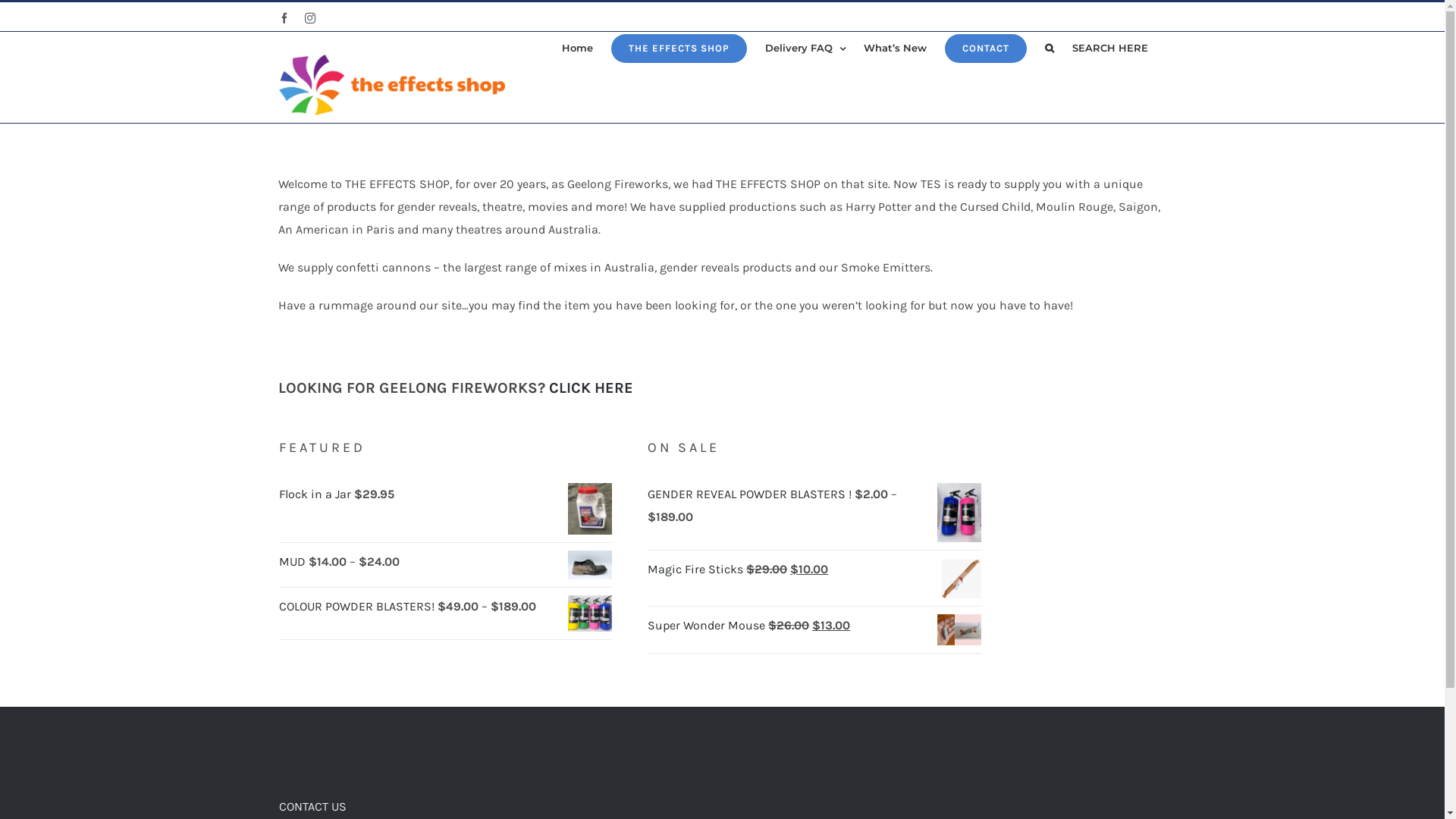 This screenshot has width=1456, height=819. Describe the element at coordinates (312, 805) in the screenshot. I see `'CONTACT US'` at that location.